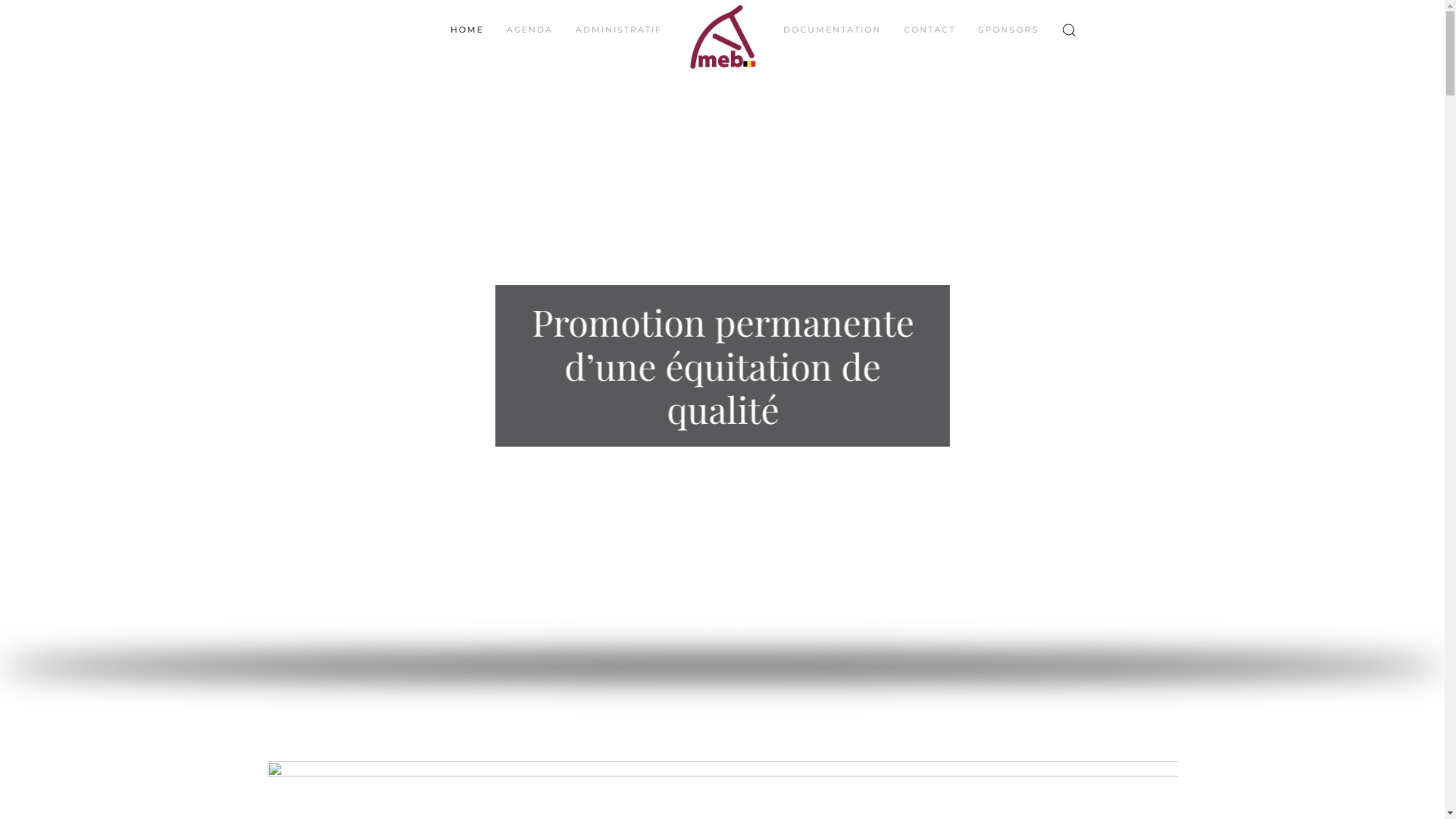 Image resolution: width=1456 pixels, height=819 pixels. Describe the element at coordinates (529, 30) in the screenshot. I see `'AGENDA'` at that location.